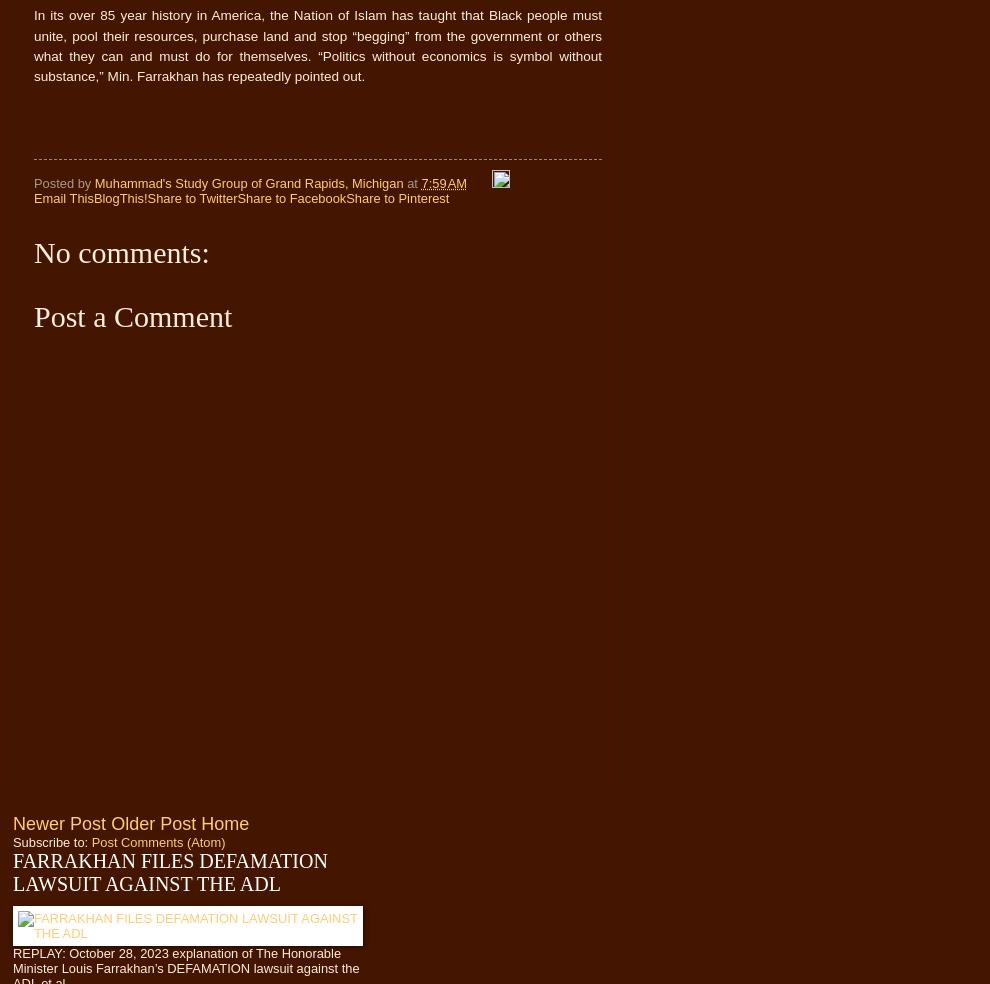  What do you see at coordinates (169, 871) in the screenshot?
I see `'FARRAKHAN FILES DEFAMATION LAWSUIT AGAINST THE ADL'` at bounding box center [169, 871].